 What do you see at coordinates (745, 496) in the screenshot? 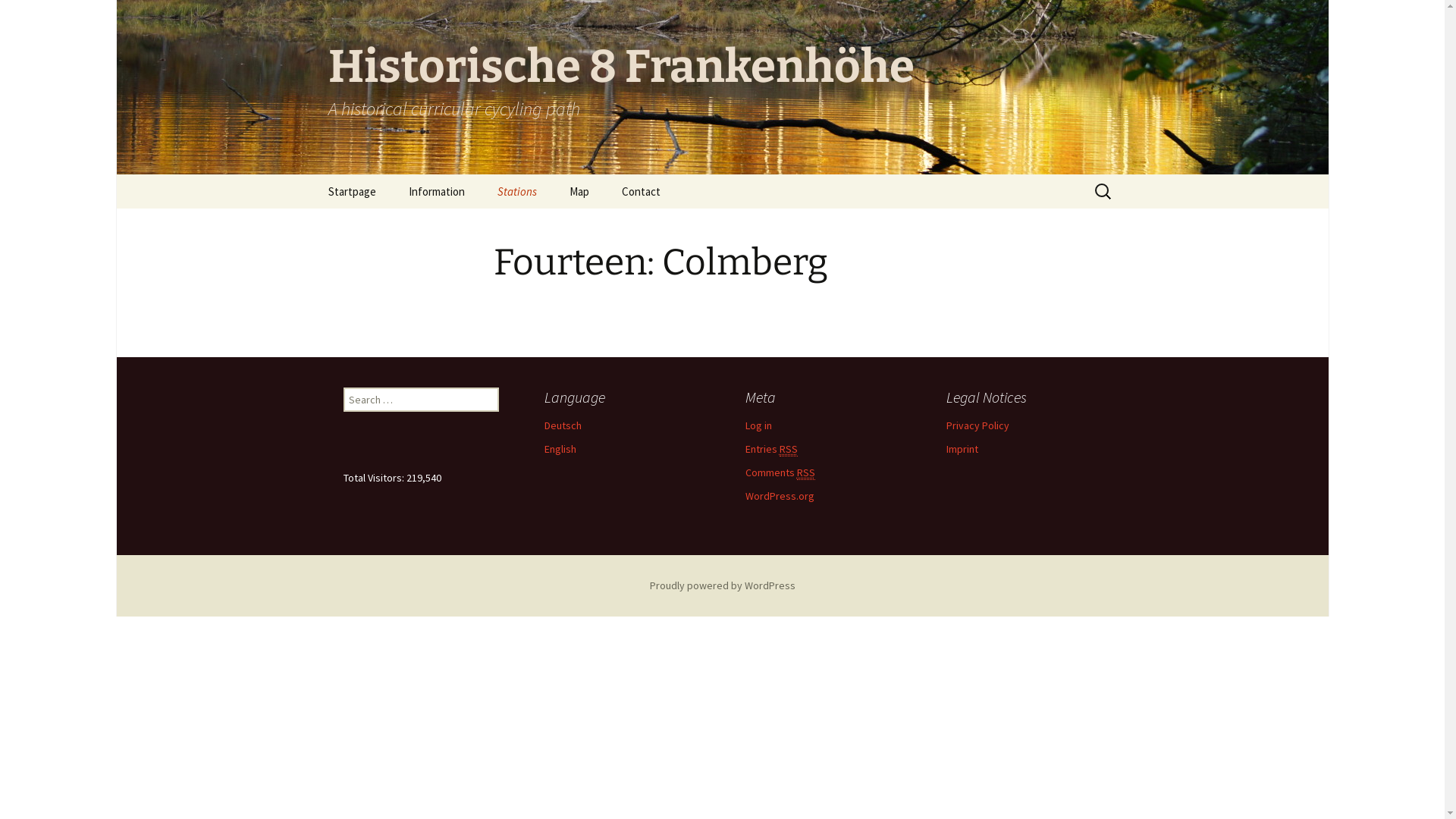
I see `'WordPress.org'` at bounding box center [745, 496].